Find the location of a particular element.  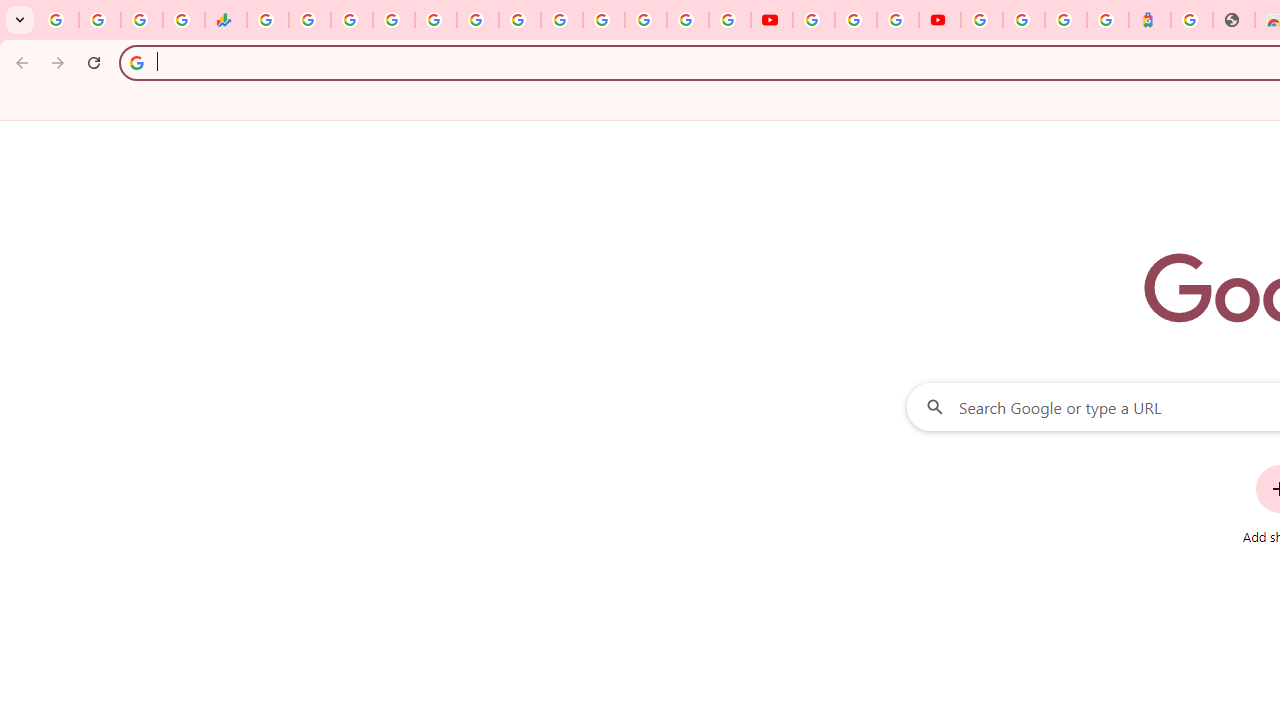

'Sign in - Google Accounts' is located at coordinates (982, 20).